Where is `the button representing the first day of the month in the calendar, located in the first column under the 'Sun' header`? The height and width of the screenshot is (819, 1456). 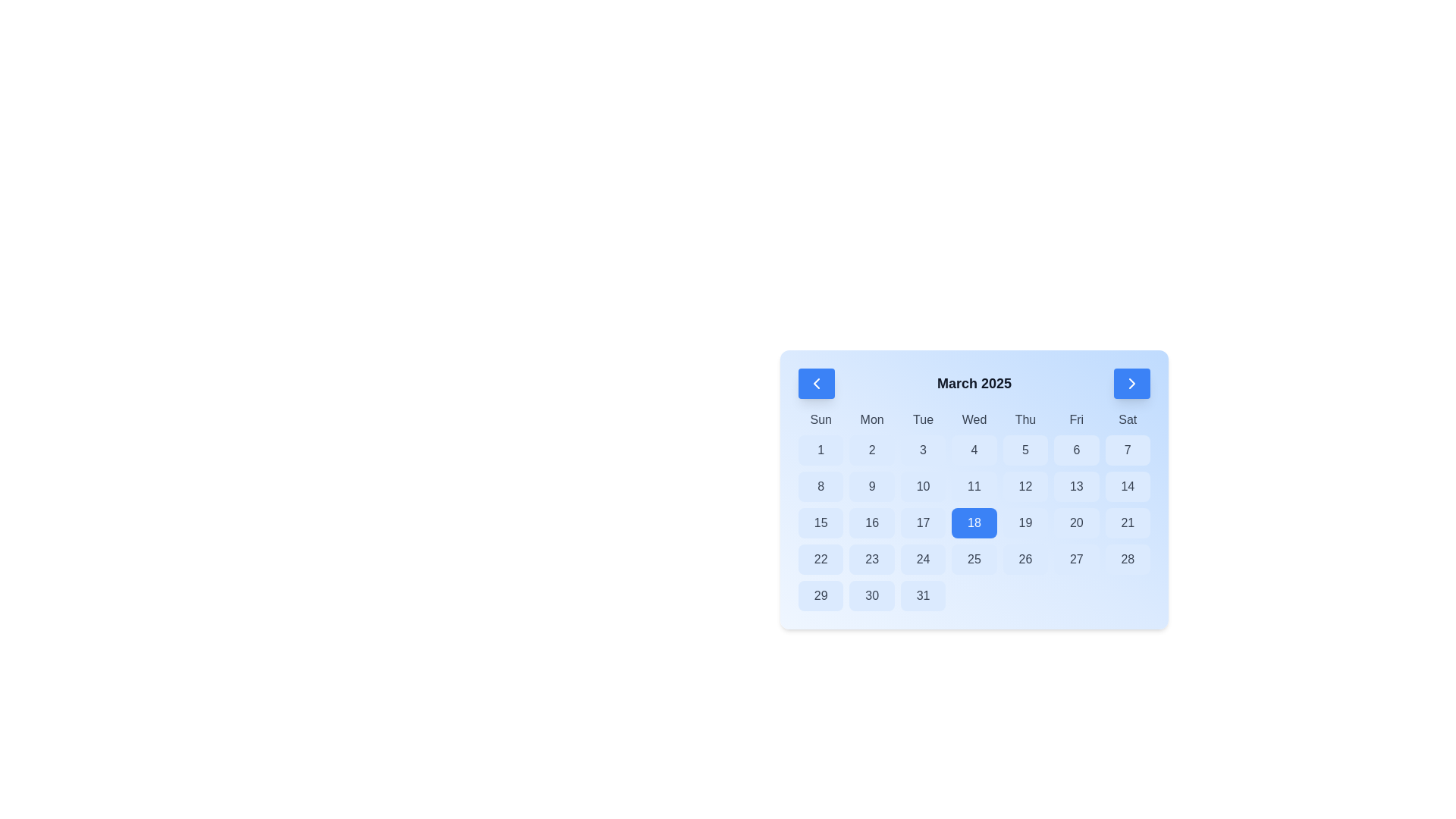 the button representing the first day of the month in the calendar, located in the first column under the 'Sun' header is located at coordinates (820, 450).